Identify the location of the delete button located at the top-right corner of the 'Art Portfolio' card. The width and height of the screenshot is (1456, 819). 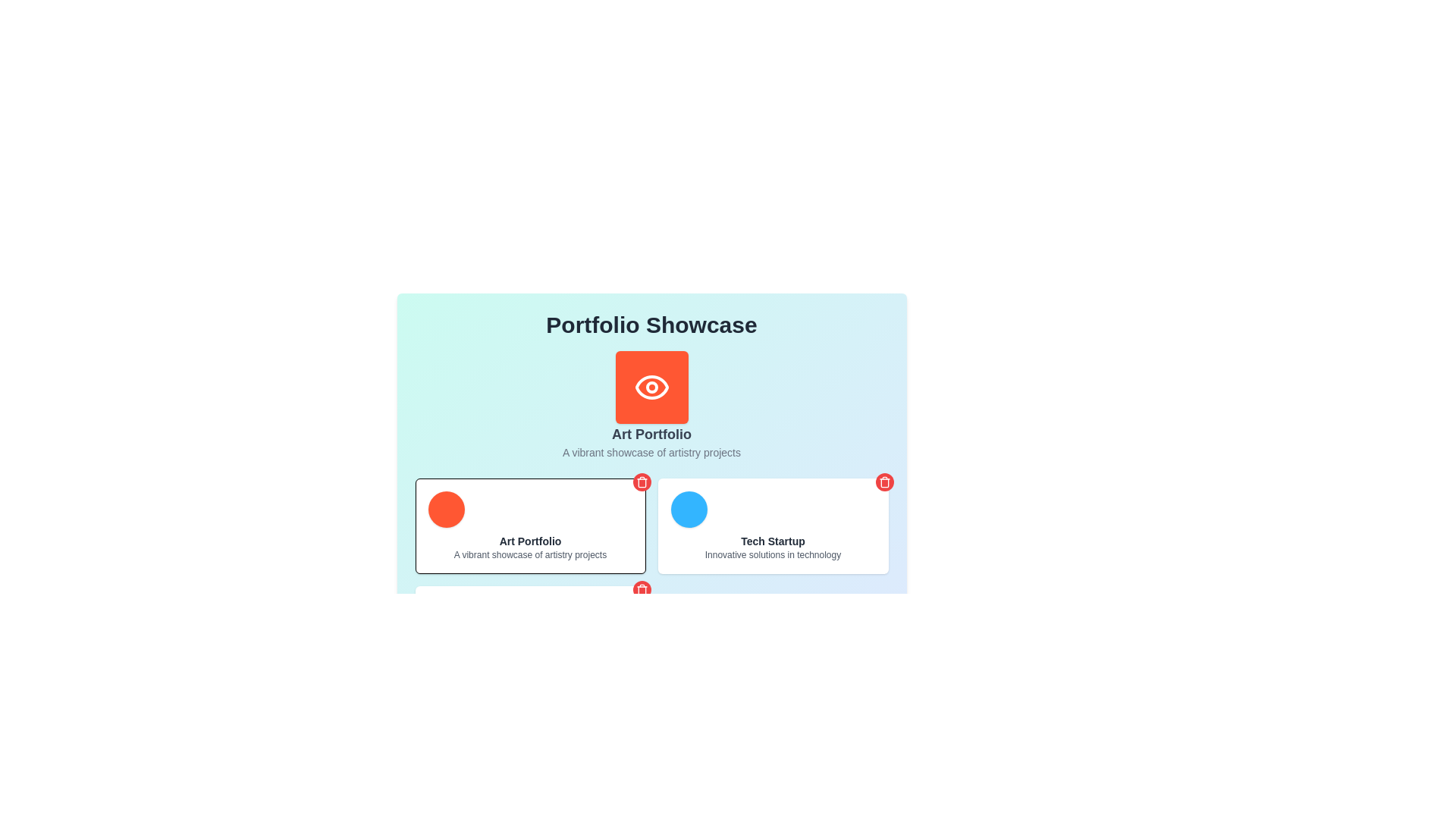
(642, 482).